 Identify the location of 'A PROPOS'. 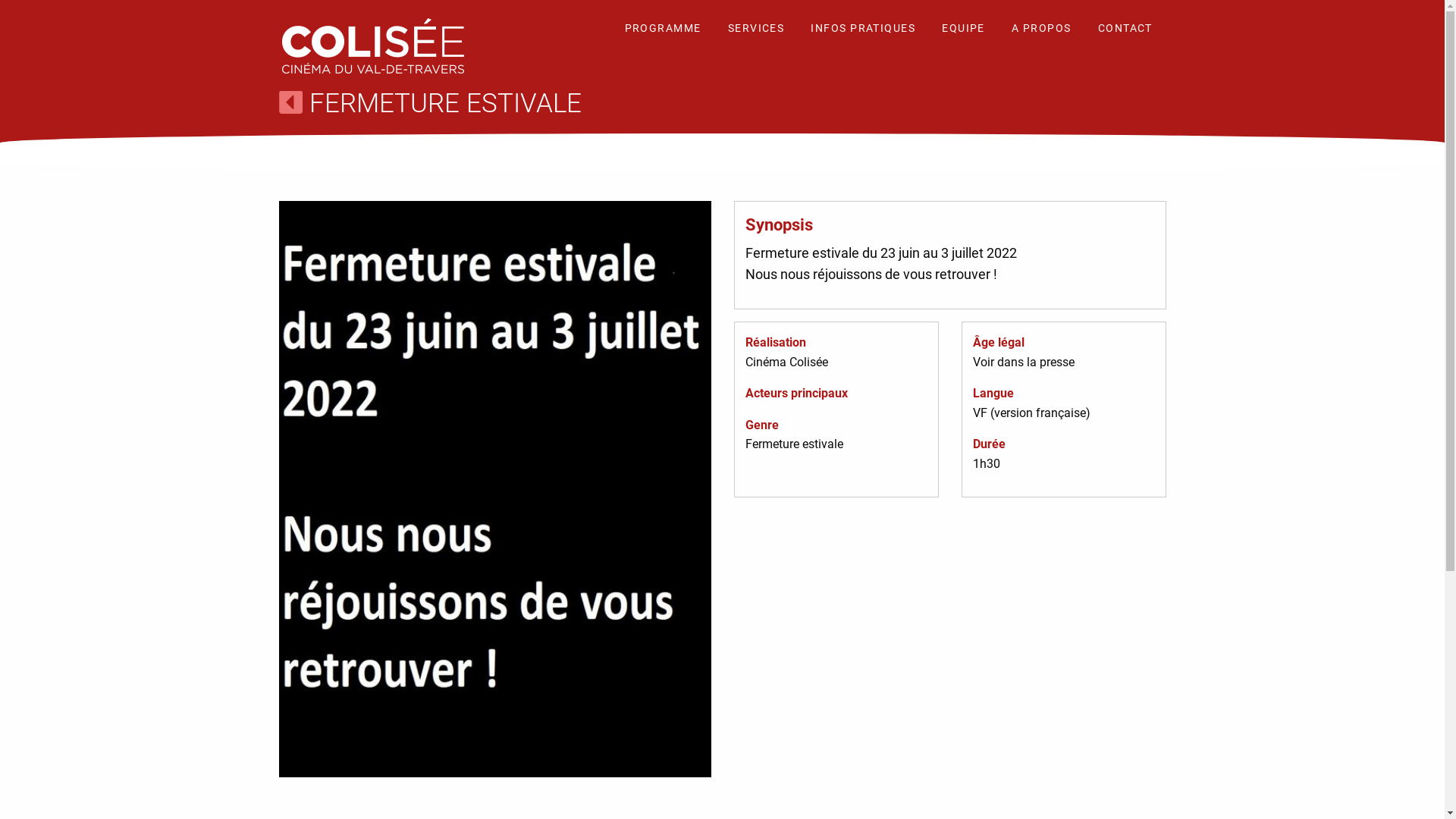
(999, 30).